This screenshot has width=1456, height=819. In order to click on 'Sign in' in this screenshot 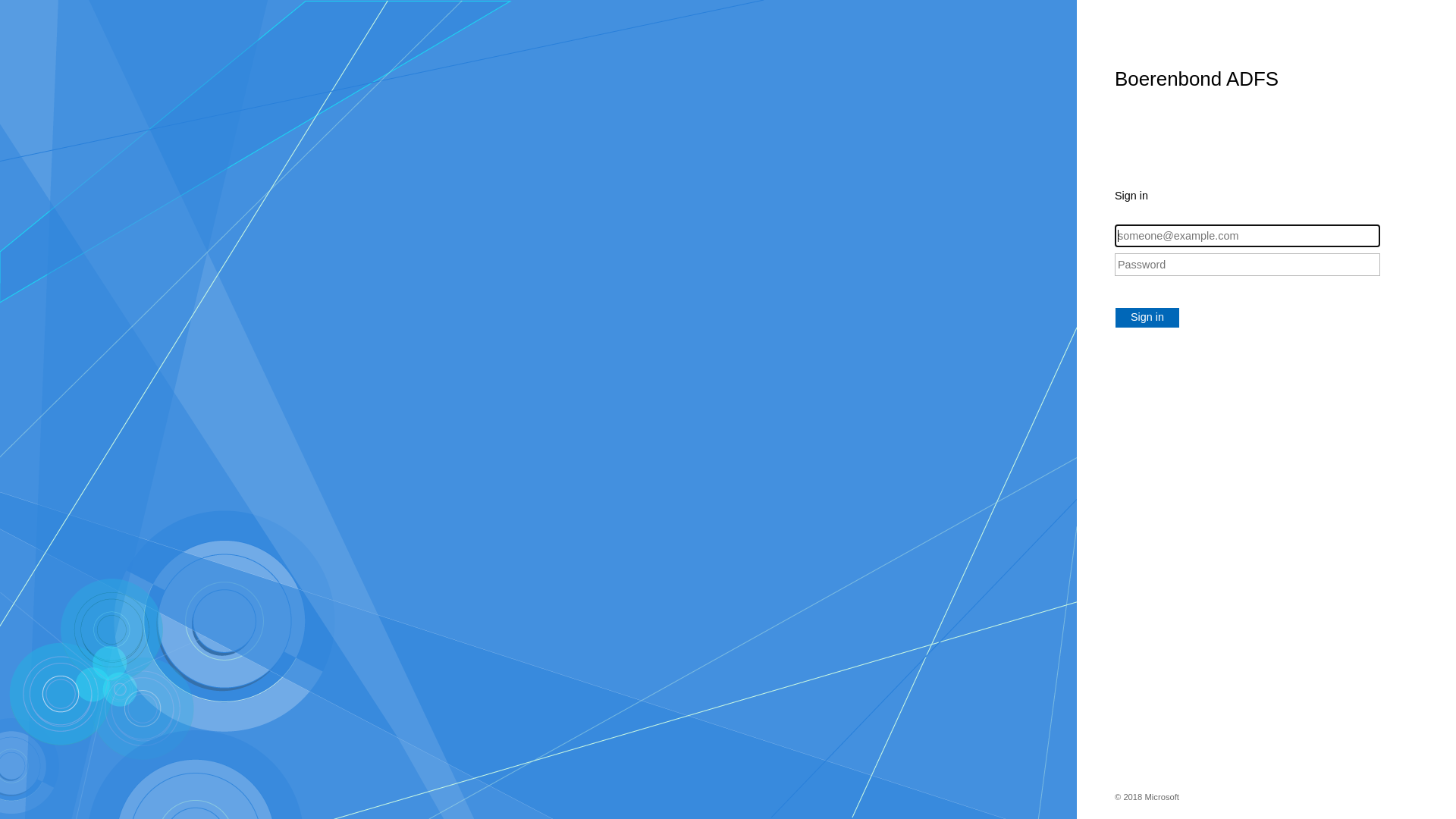, I will do `click(1147, 317)`.